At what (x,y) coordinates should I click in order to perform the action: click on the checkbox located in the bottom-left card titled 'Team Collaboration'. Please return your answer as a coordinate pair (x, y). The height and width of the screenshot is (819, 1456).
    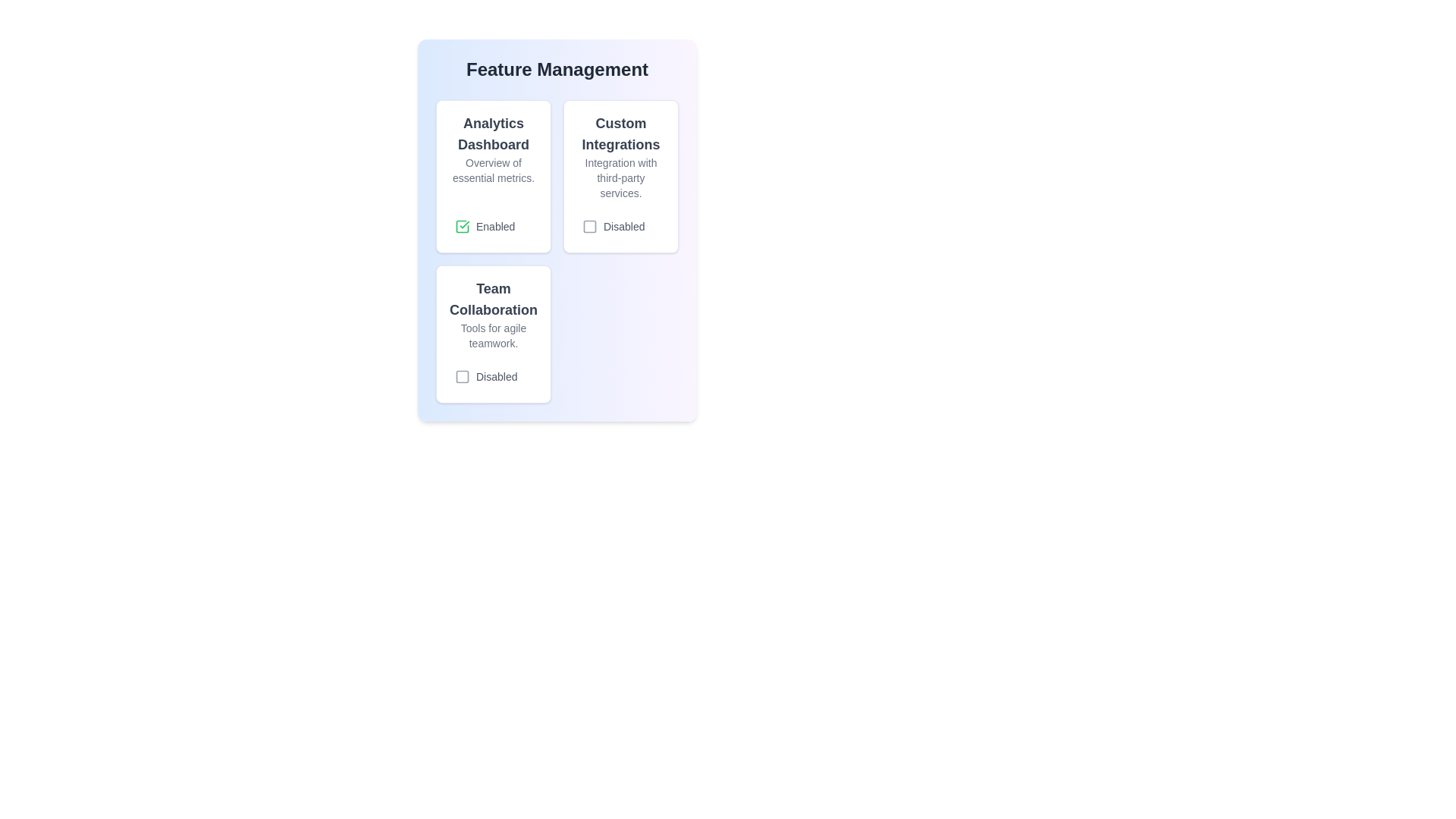
    Looking at the image, I should click on (461, 376).